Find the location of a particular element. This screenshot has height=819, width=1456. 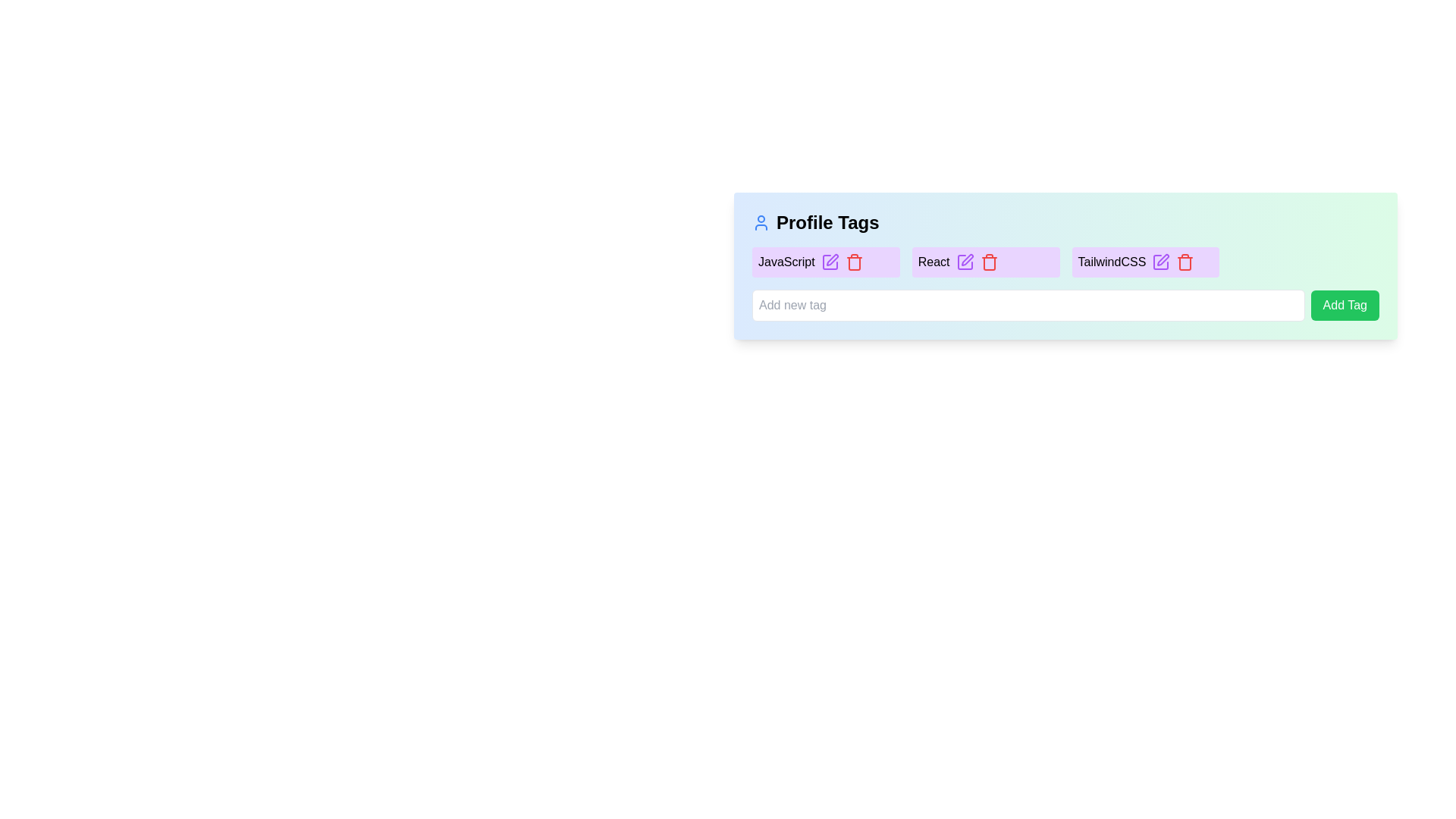

the 'React' text label, which is the second tag in the 'Profile Tags' section is located at coordinates (933, 262).